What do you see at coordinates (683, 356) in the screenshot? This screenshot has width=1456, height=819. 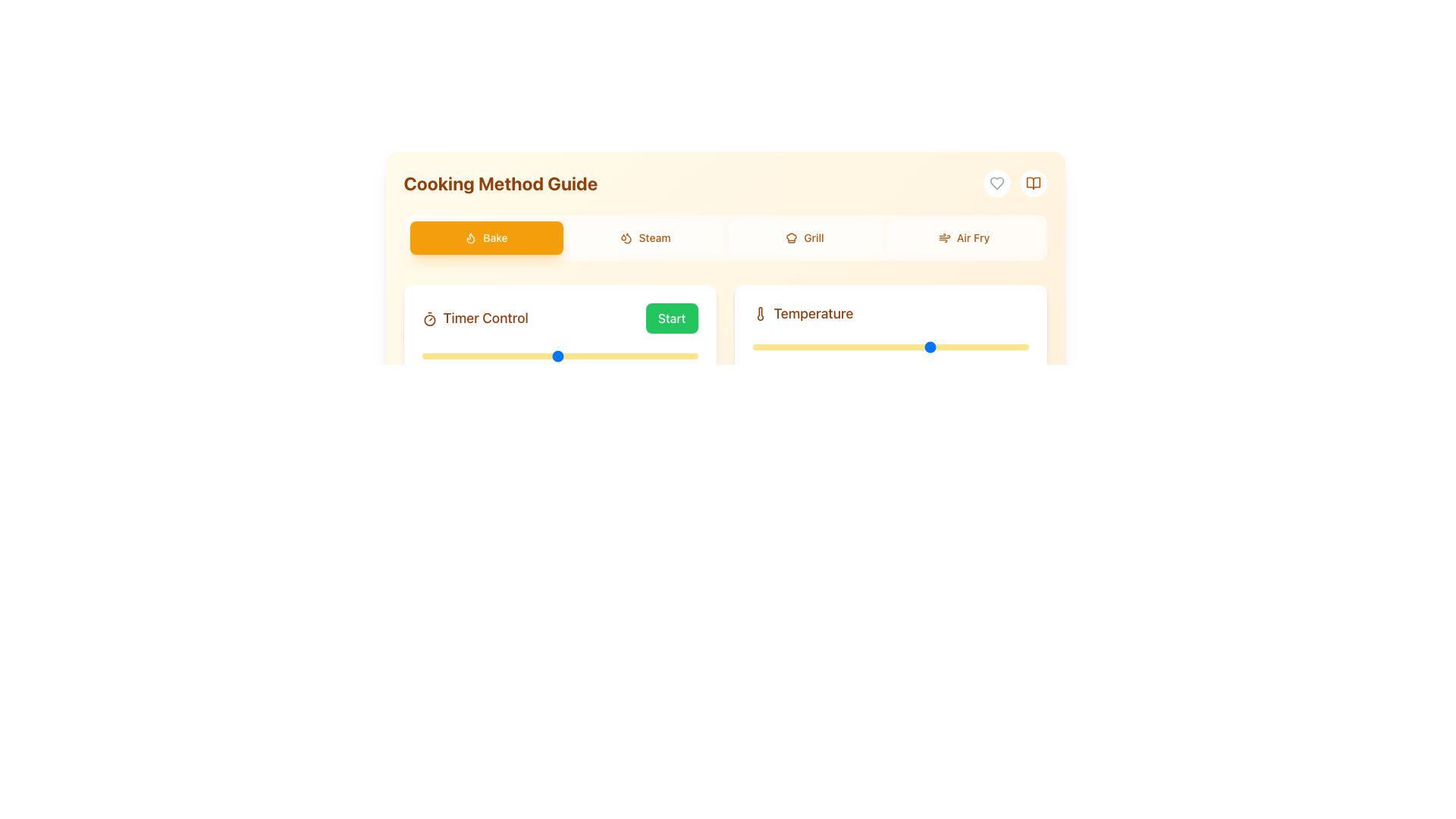 I see `timer` at bounding box center [683, 356].